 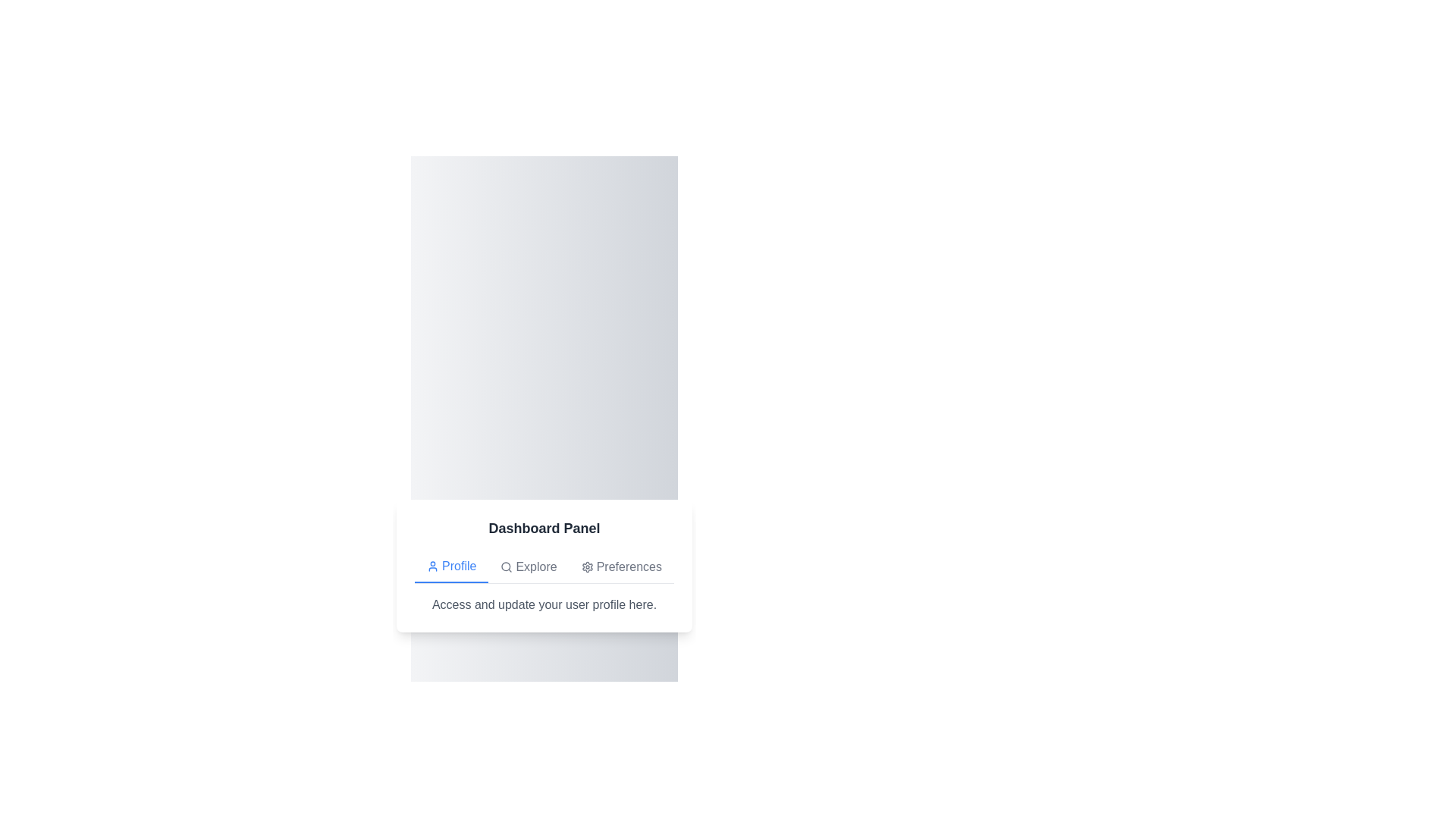 What do you see at coordinates (621, 566) in the screenshot?
I see `the third interactive item labeled 'Preferences' in the horizontal navigation list` at bounding box center [621, 566].